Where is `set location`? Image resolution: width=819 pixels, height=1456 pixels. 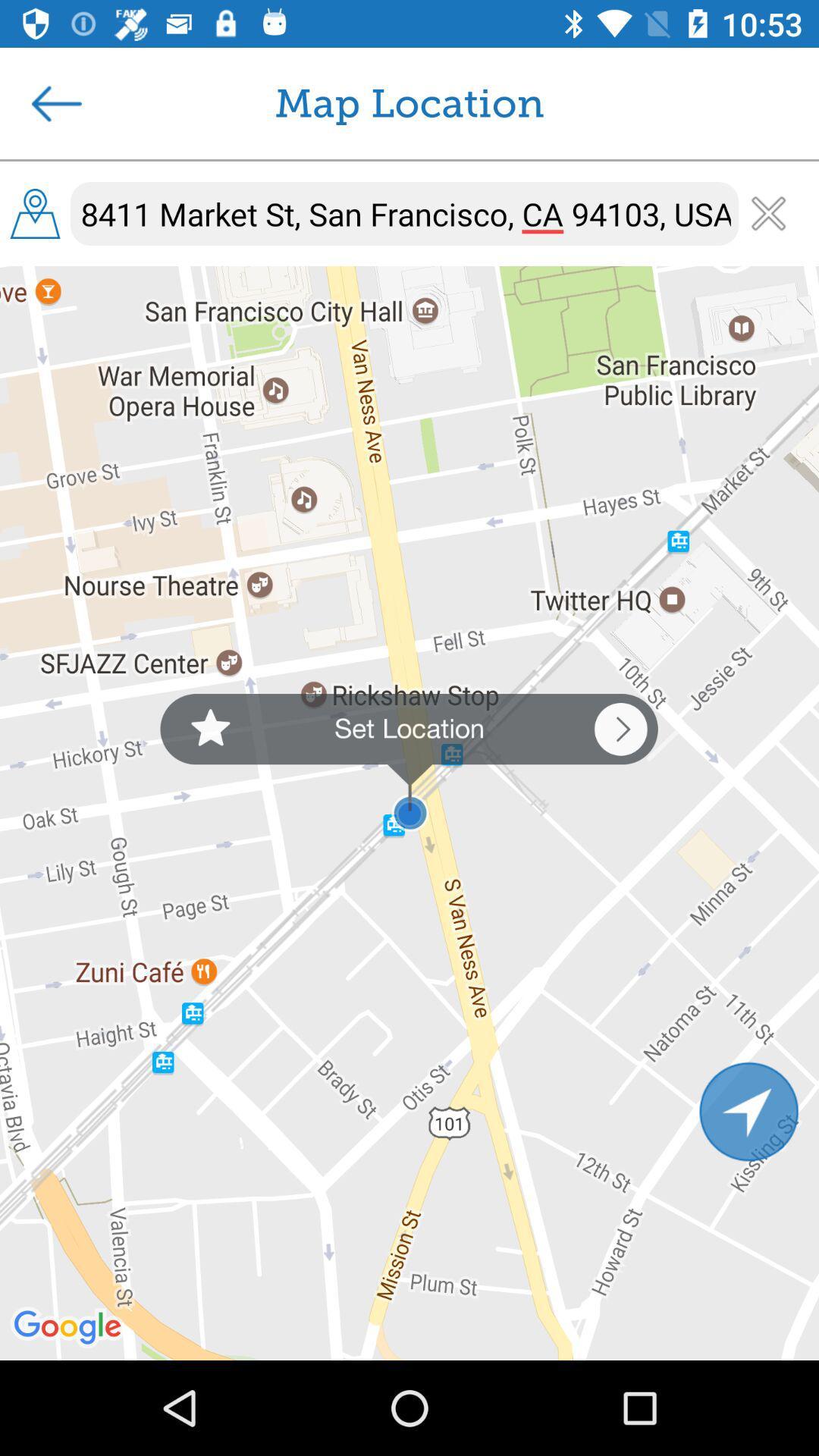
set location is located at coordinates (408, 763).